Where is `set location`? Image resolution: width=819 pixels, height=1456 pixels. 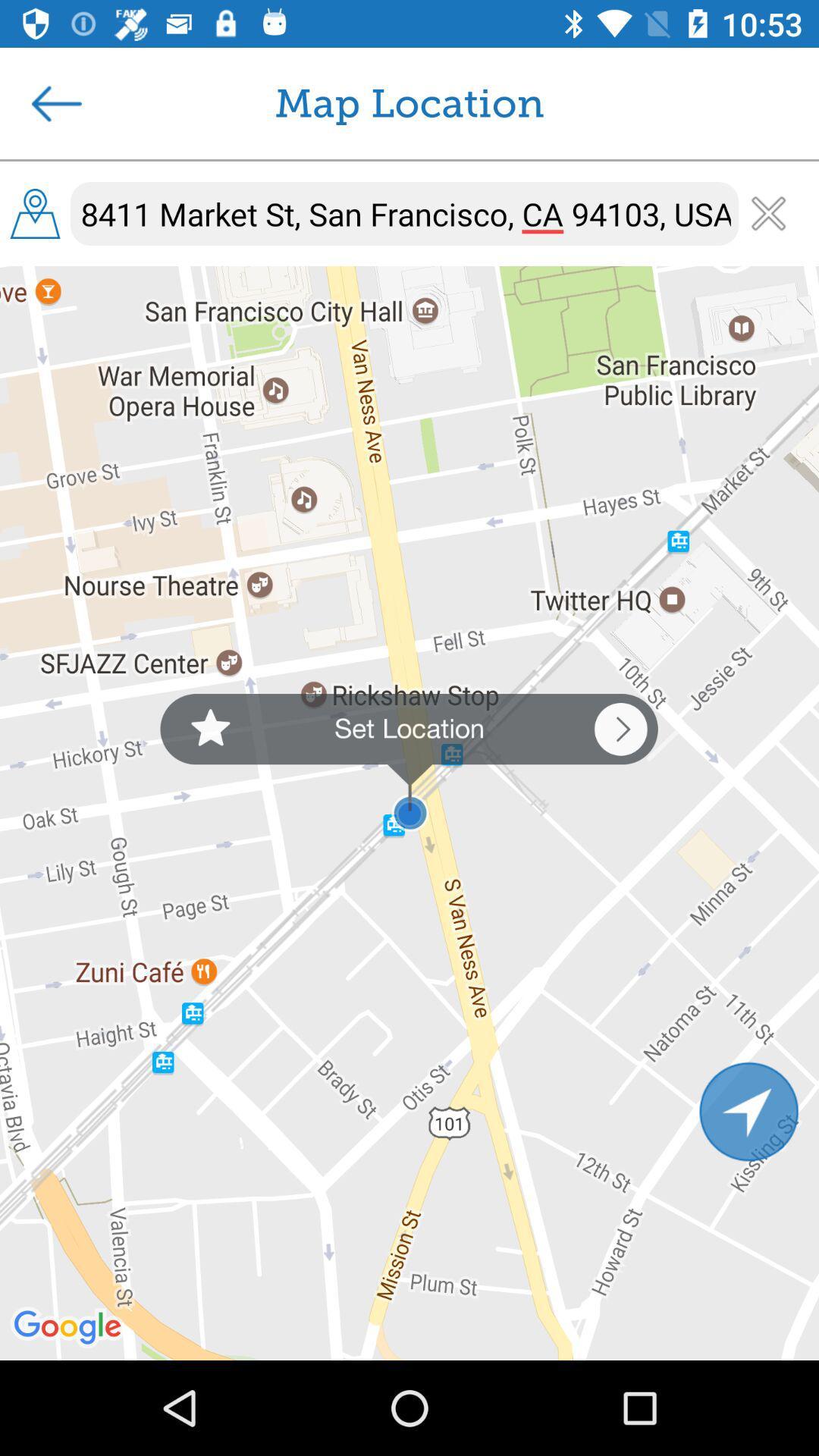
set location is located at coordinates (408, 763).